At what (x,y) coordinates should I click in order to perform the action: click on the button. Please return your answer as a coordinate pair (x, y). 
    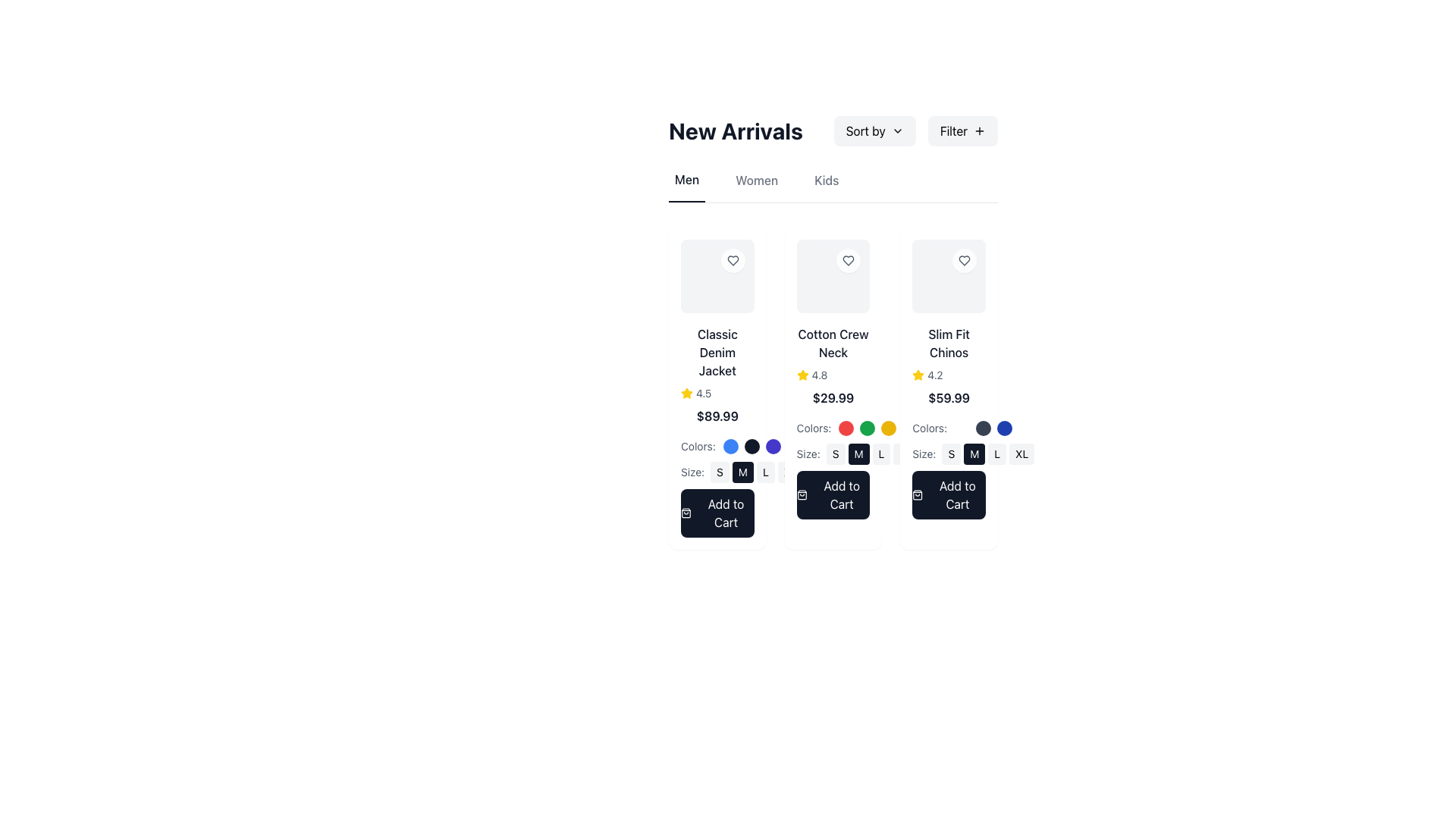
    Looking at the image, I should click on (948, 494).